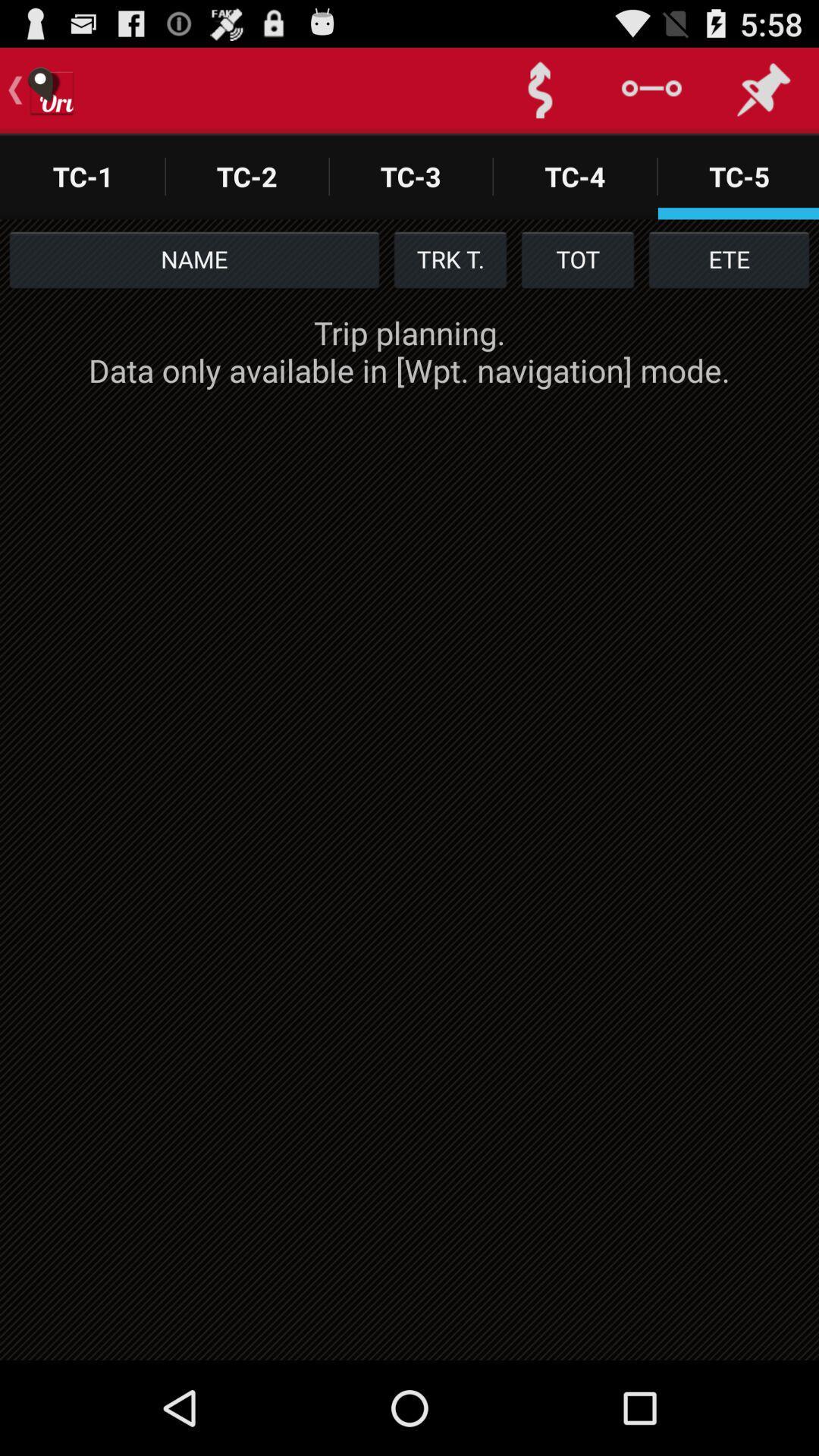 The width and height of the screenshot is (819, 1456). What do you see at coordinates (450, 259) in the screenshot?
I see `item next to name` at bounding box center [450, 259].